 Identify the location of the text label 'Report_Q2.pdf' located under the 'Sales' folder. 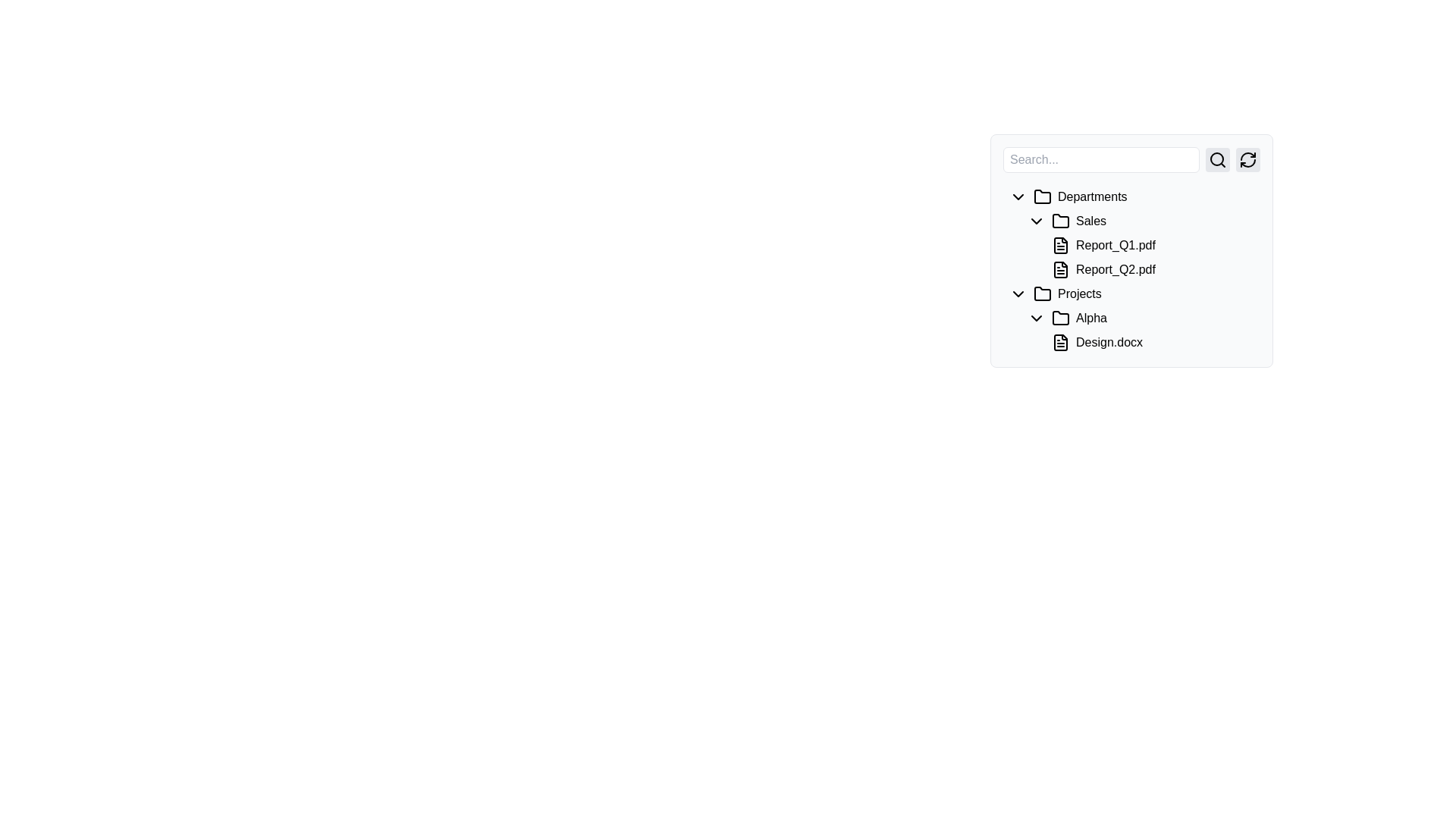
(1131, 268).